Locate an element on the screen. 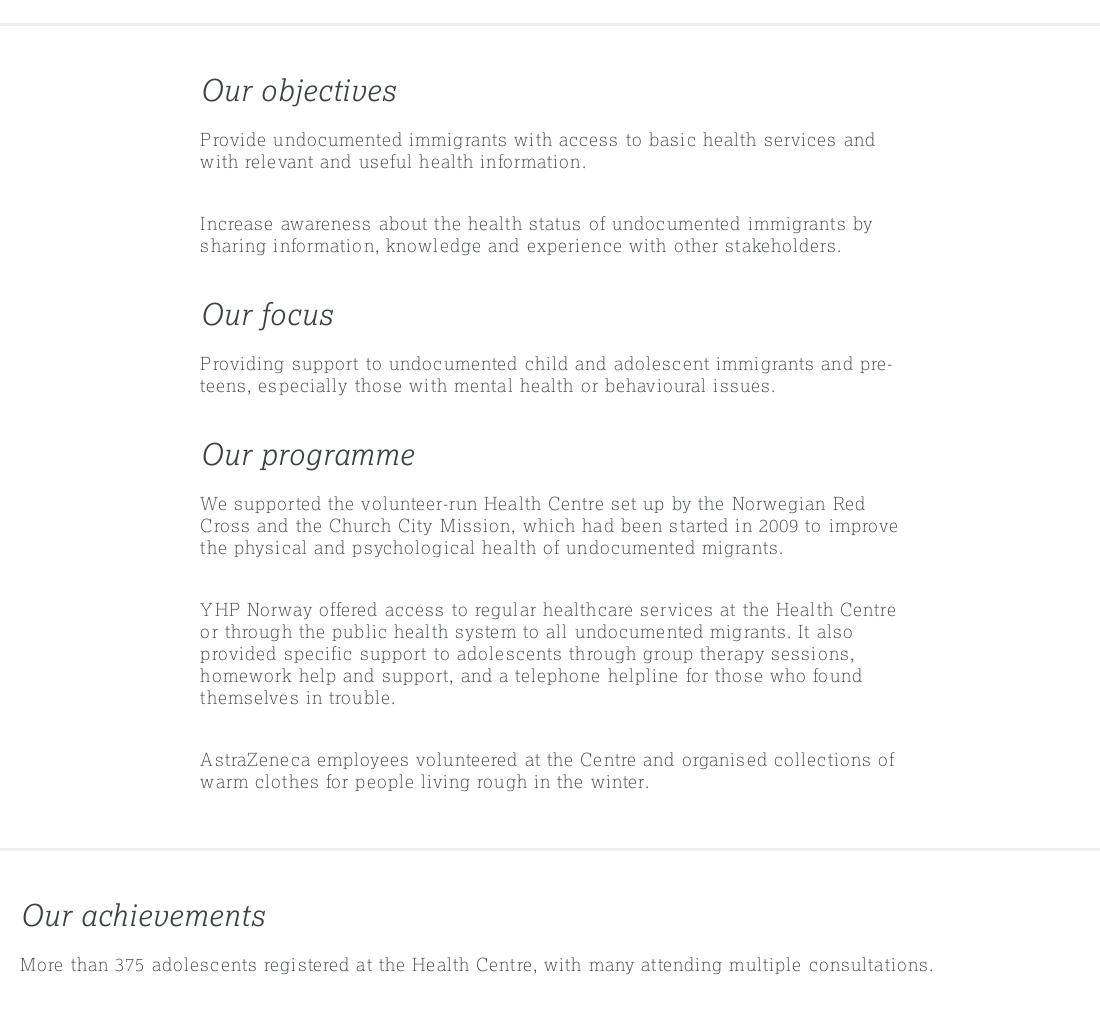 The image size is (1100, 1012). 'Increase awareness about the health status of undocumented immigrants by sharing information, knowledge and experience with other stakeholders.' is located at coordinates (536, 233).